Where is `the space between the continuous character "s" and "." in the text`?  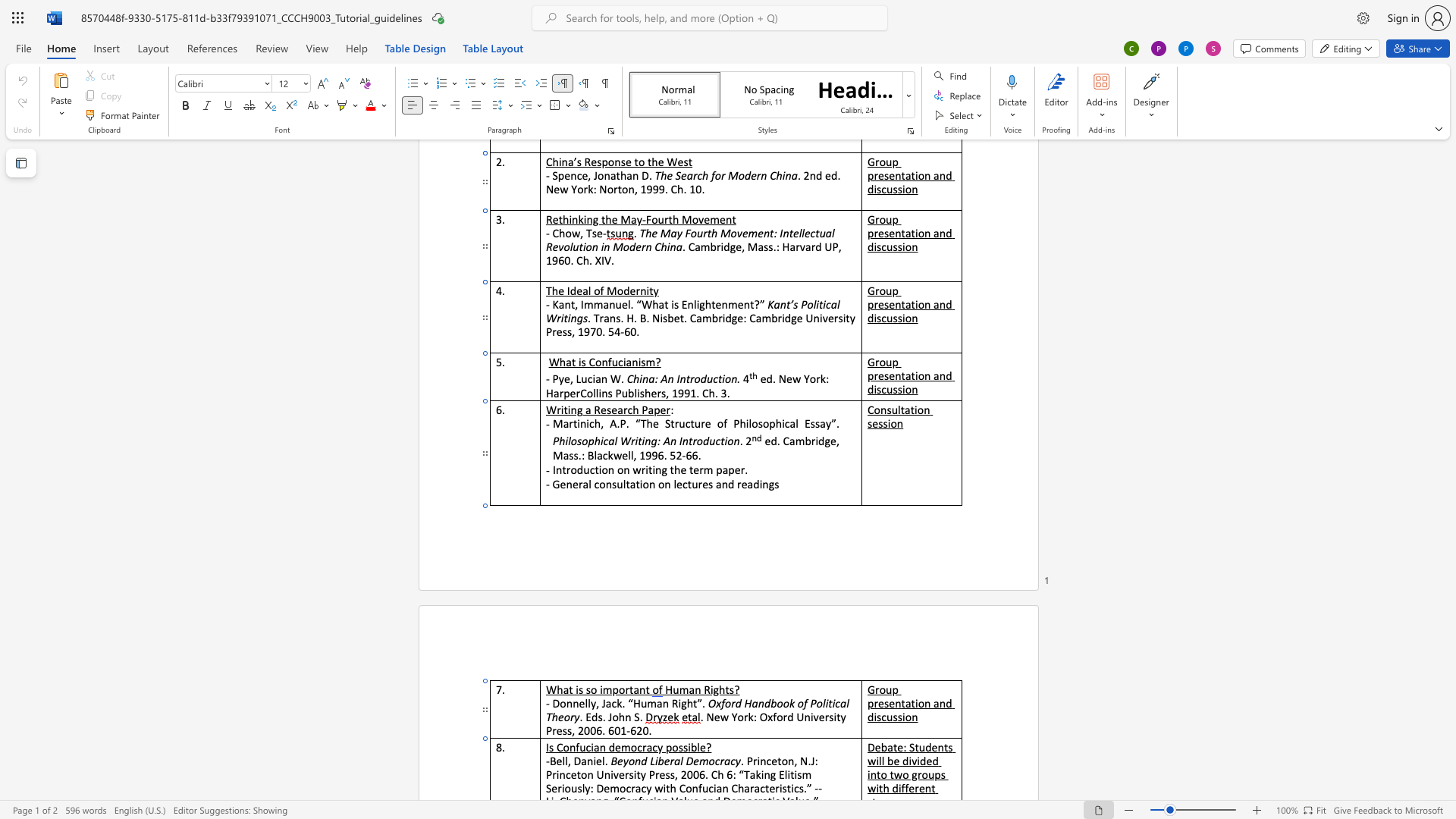
the space between the continuous character "s" and "." in the text is located at coordinates (601, 717).